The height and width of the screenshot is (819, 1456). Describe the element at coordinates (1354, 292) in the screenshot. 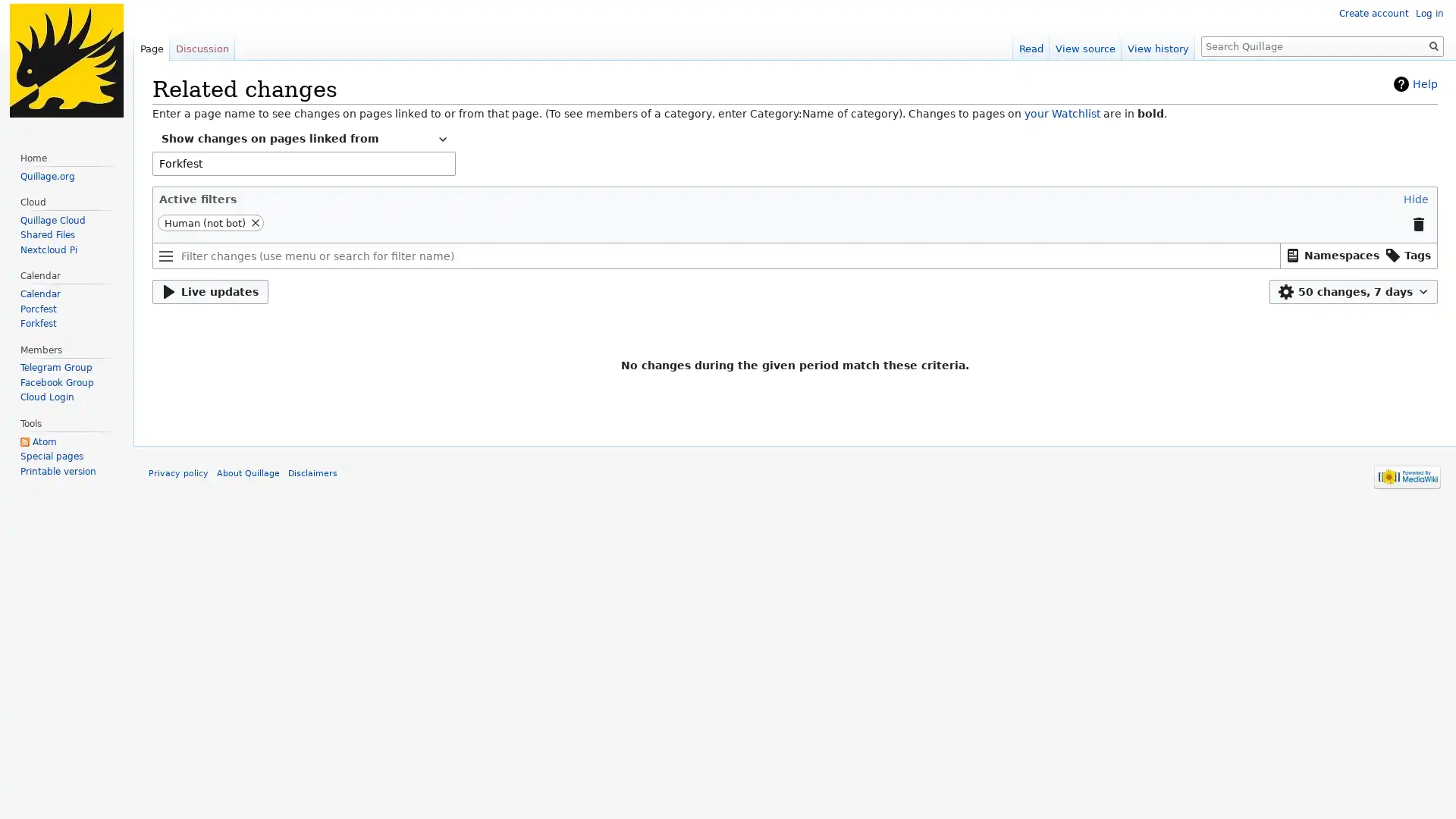

I see `50 changes, 7 days` at that location.